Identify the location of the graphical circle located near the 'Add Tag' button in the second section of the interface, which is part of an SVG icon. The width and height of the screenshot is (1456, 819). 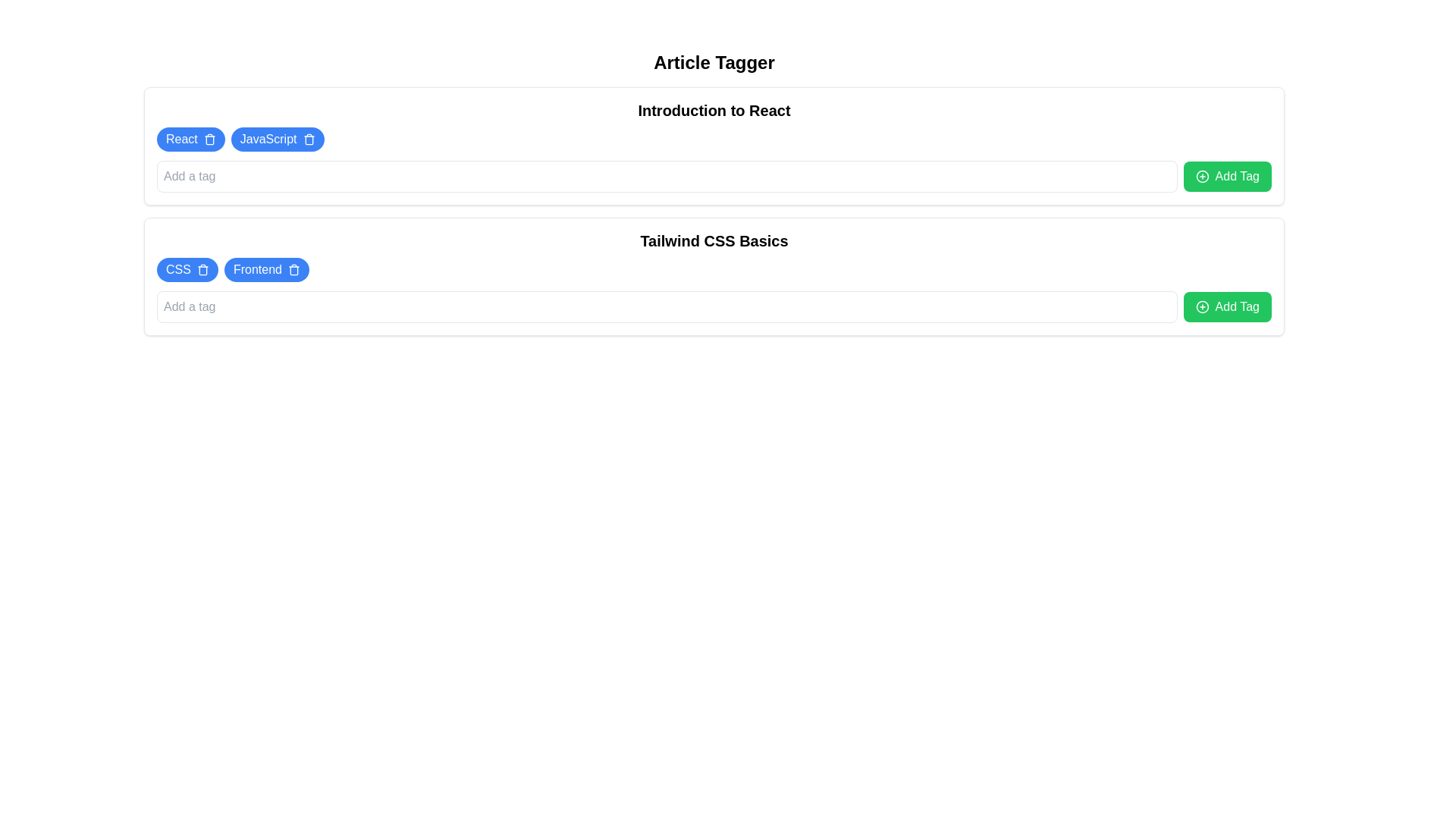
(1201, 175).